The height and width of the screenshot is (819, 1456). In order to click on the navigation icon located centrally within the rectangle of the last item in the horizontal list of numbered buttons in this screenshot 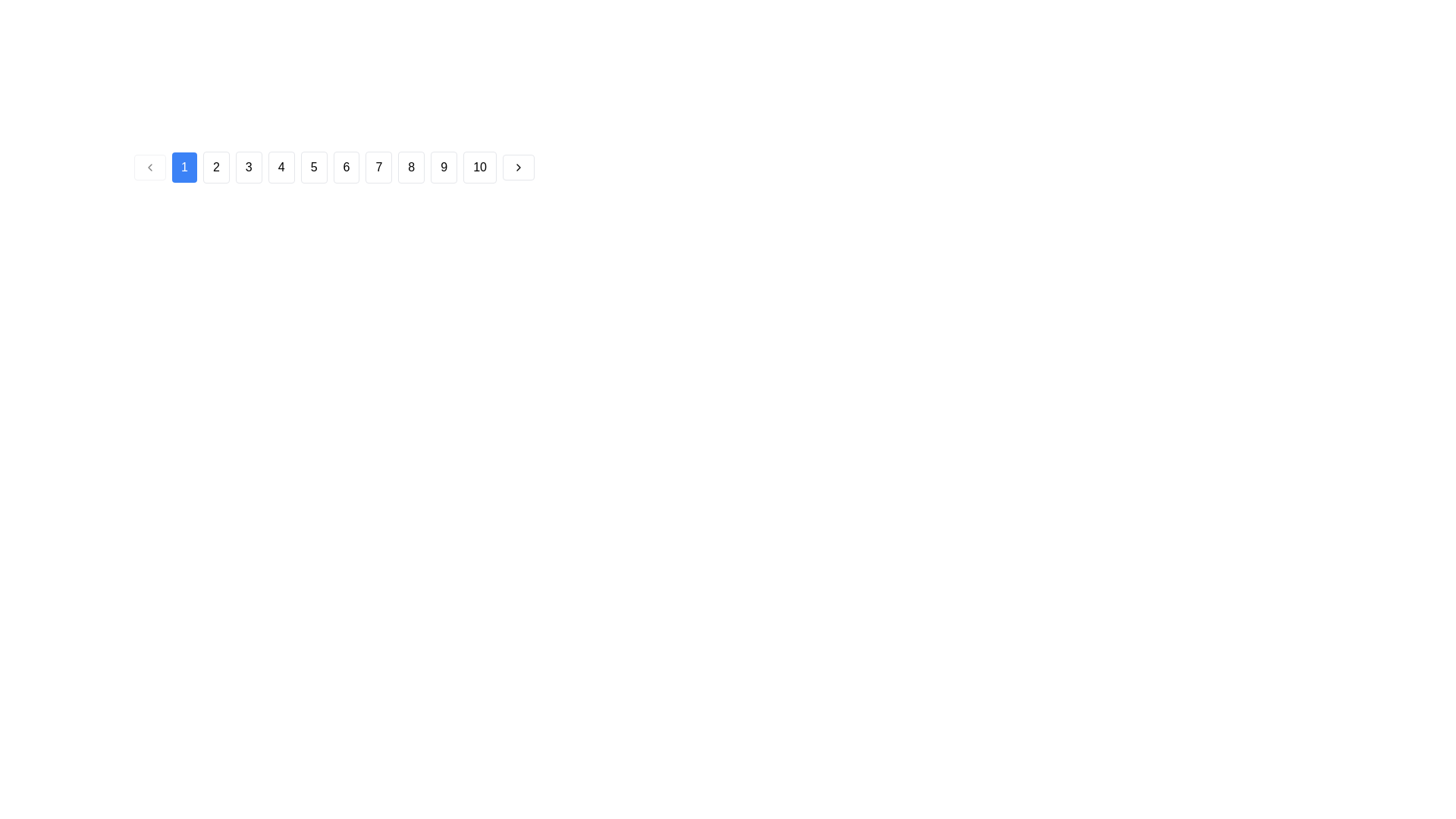, I will do `click(518, 167)`.